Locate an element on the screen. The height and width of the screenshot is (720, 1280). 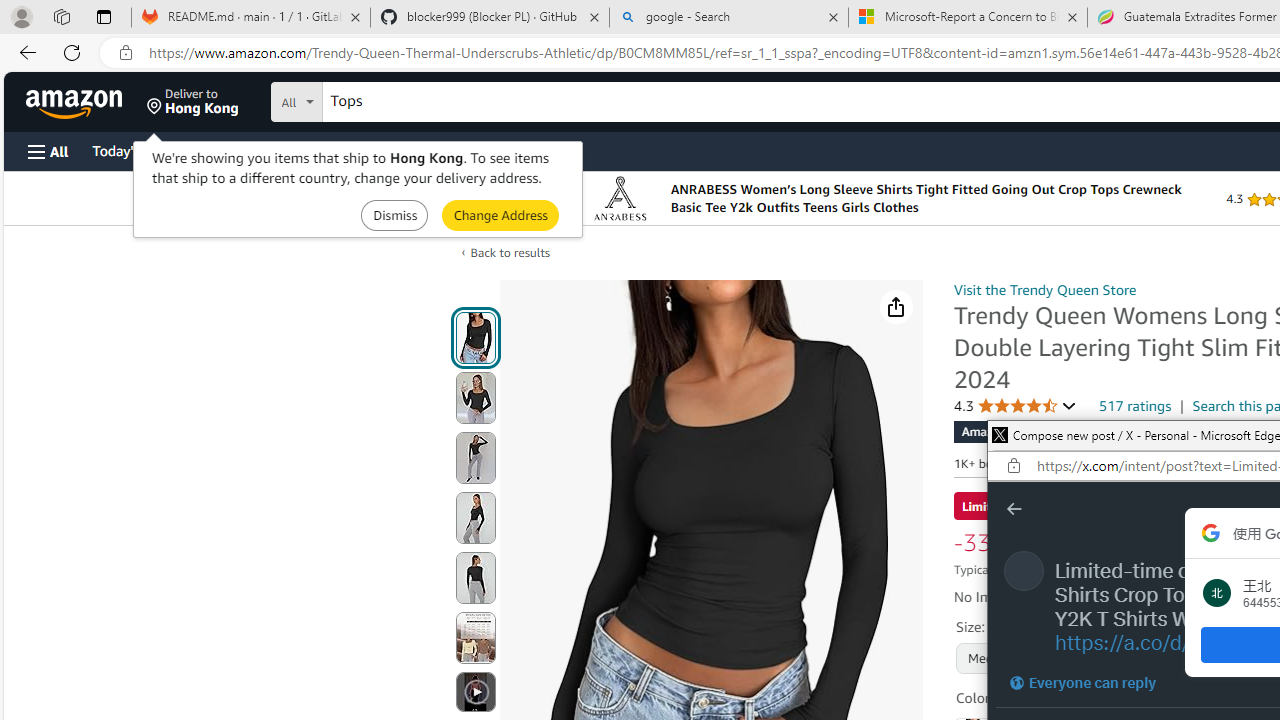
'google - Search' is located at coordinates (728, 17).